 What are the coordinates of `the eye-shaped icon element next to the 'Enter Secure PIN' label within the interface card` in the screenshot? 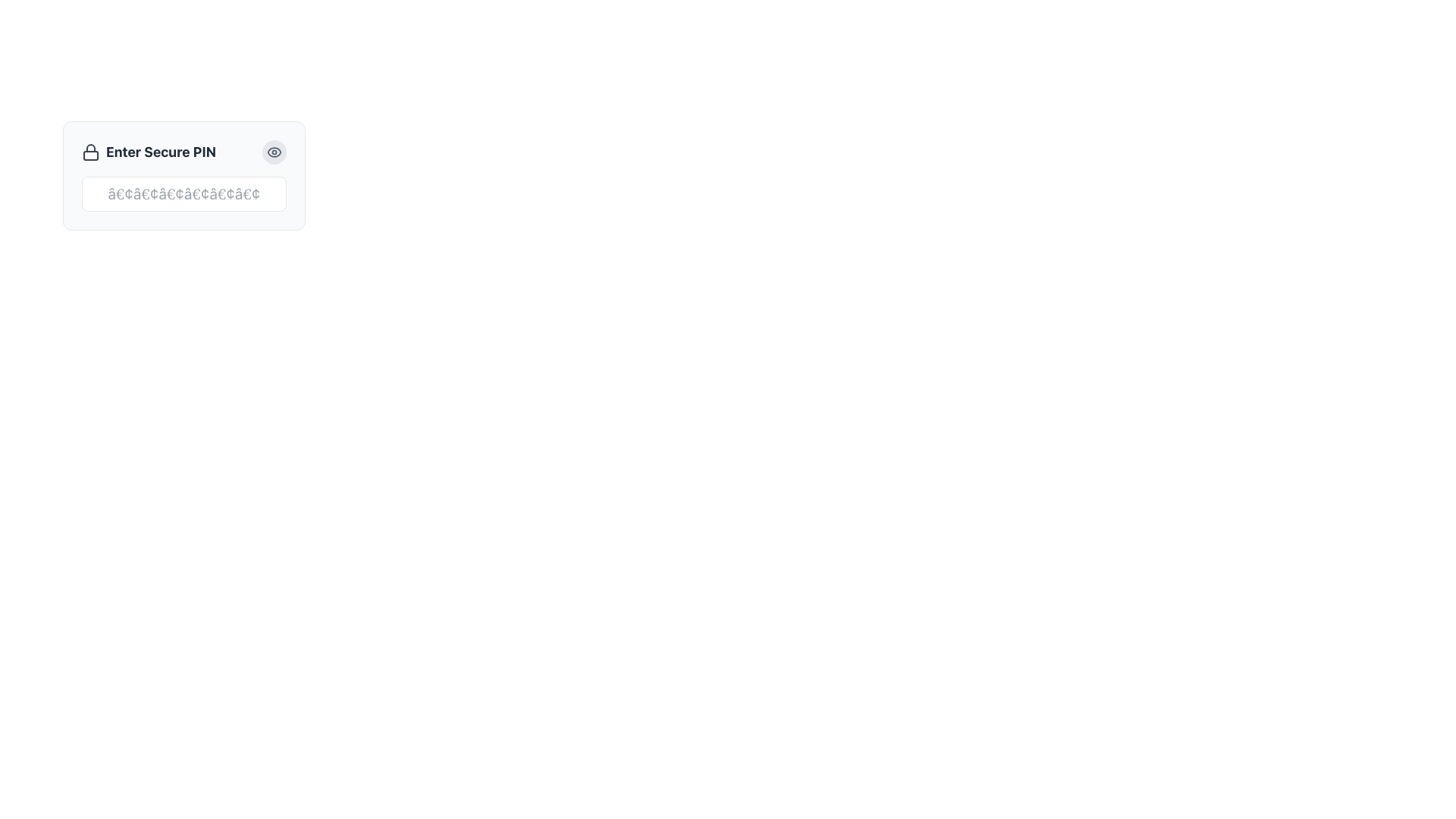 It's located at (274, 152).